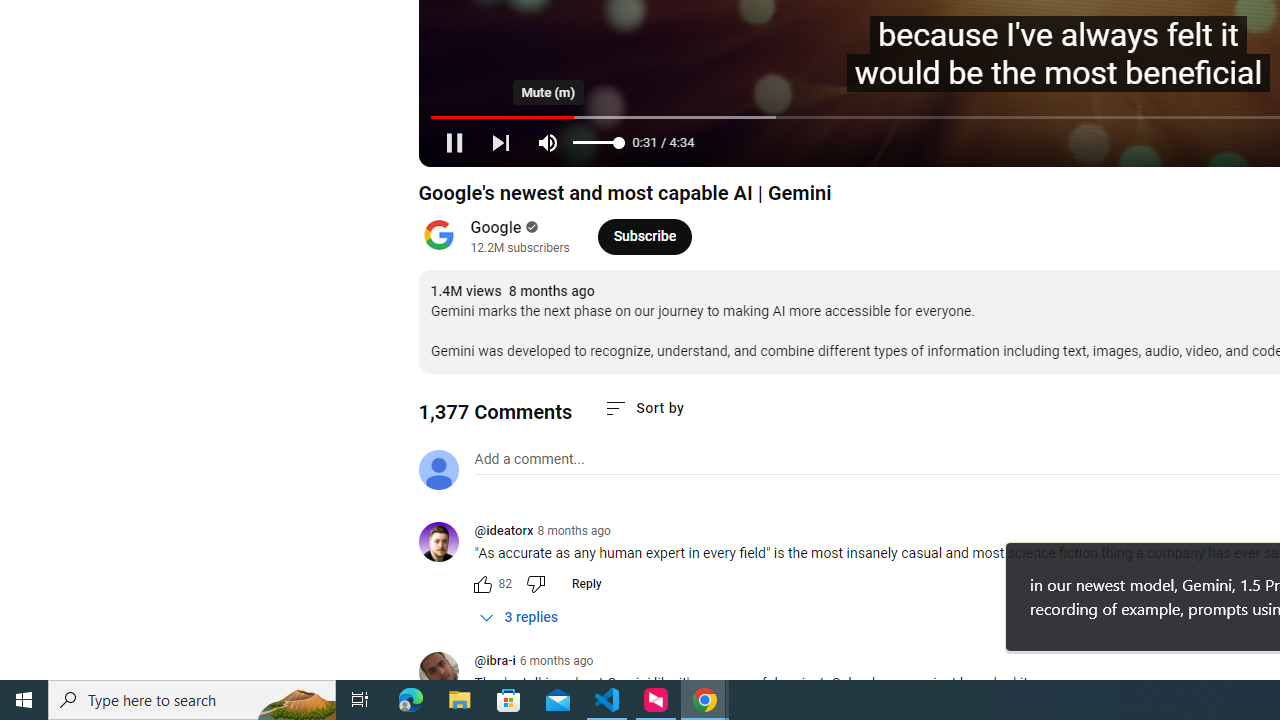 The width and height of the screenshot is (1280, 720). I want to click on 'Next (SHIFT+n)', so click(500, 141).